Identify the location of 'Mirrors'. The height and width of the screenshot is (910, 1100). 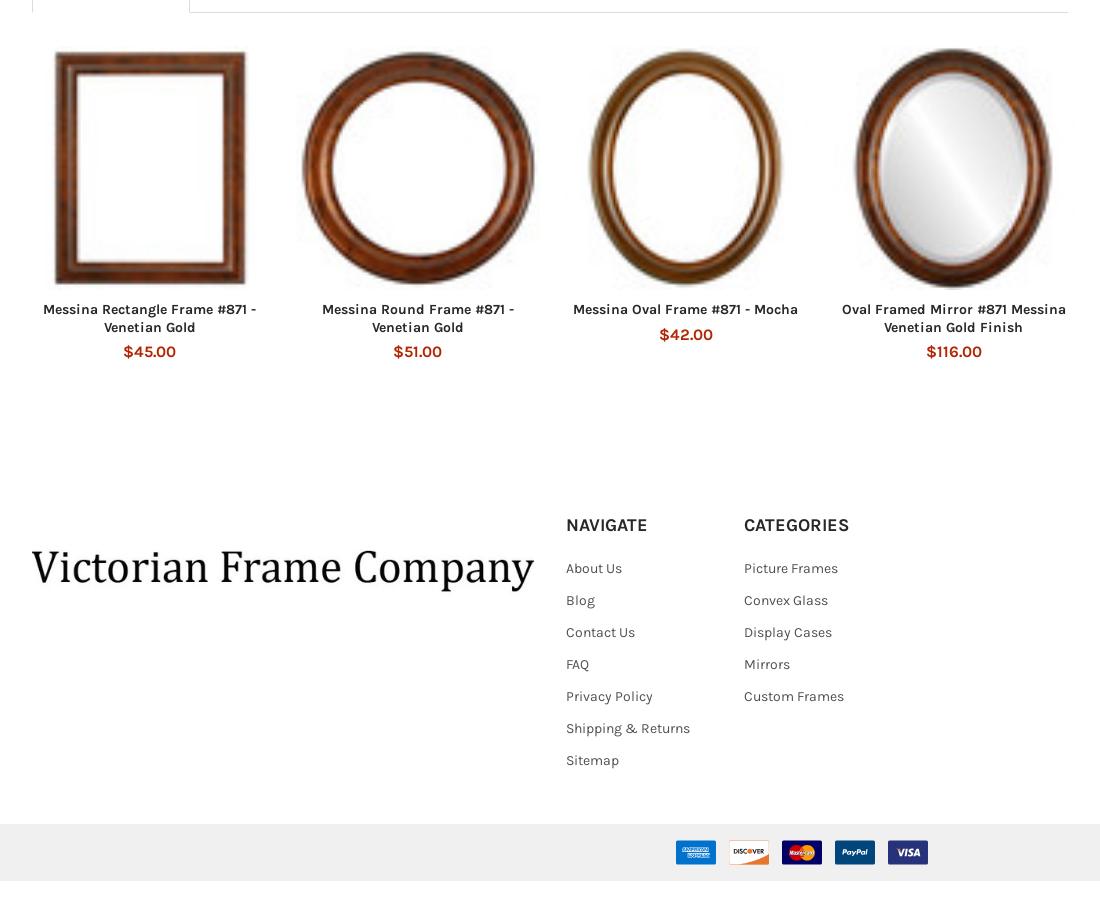
(767, 692).